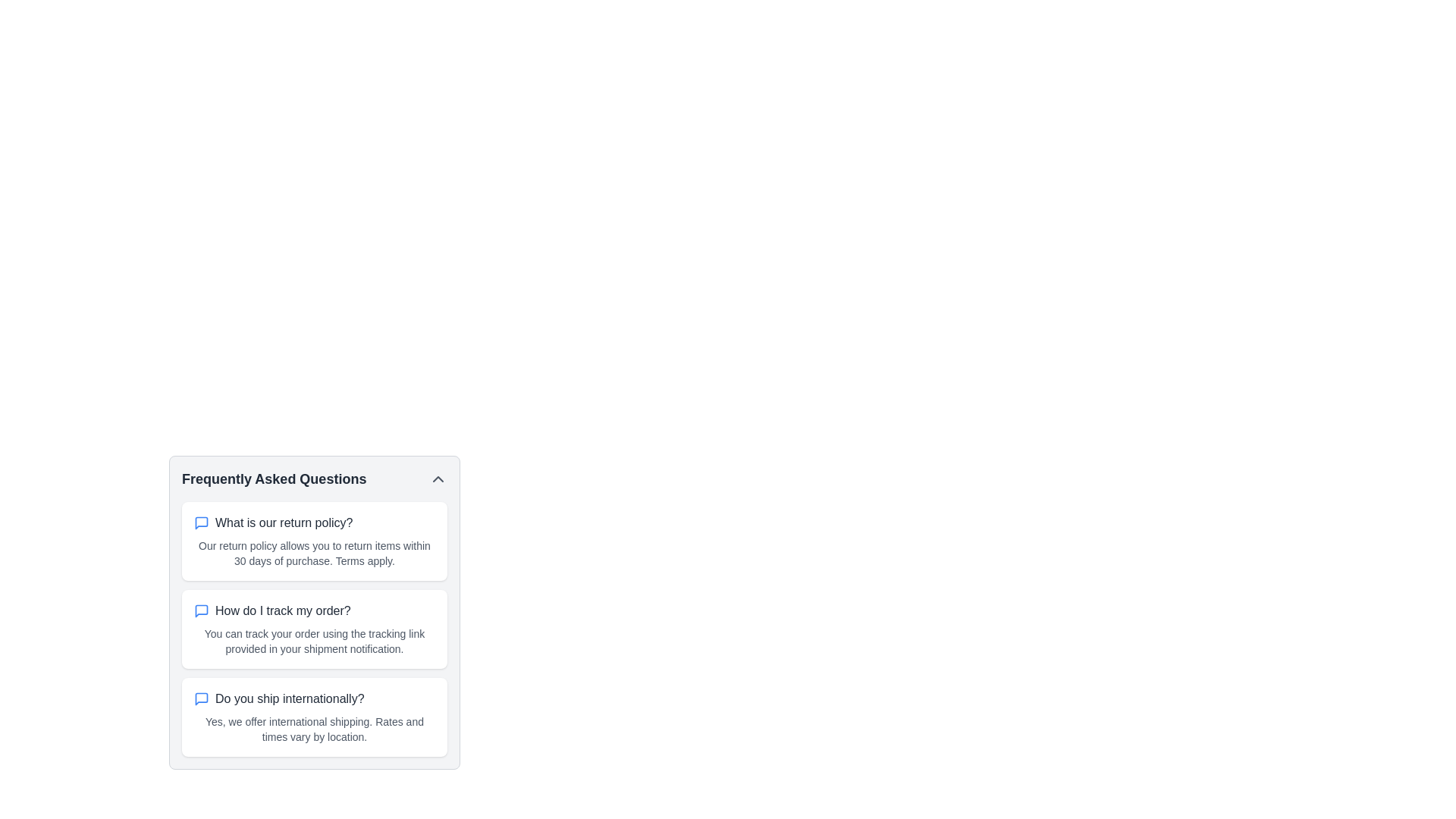  I want to click on the clickable text with an icon that displays a question about the return policy, located at the top of the frequently asked questions list beneath the header labeled 'Frequently Asked Questions.', so click(313, 522).